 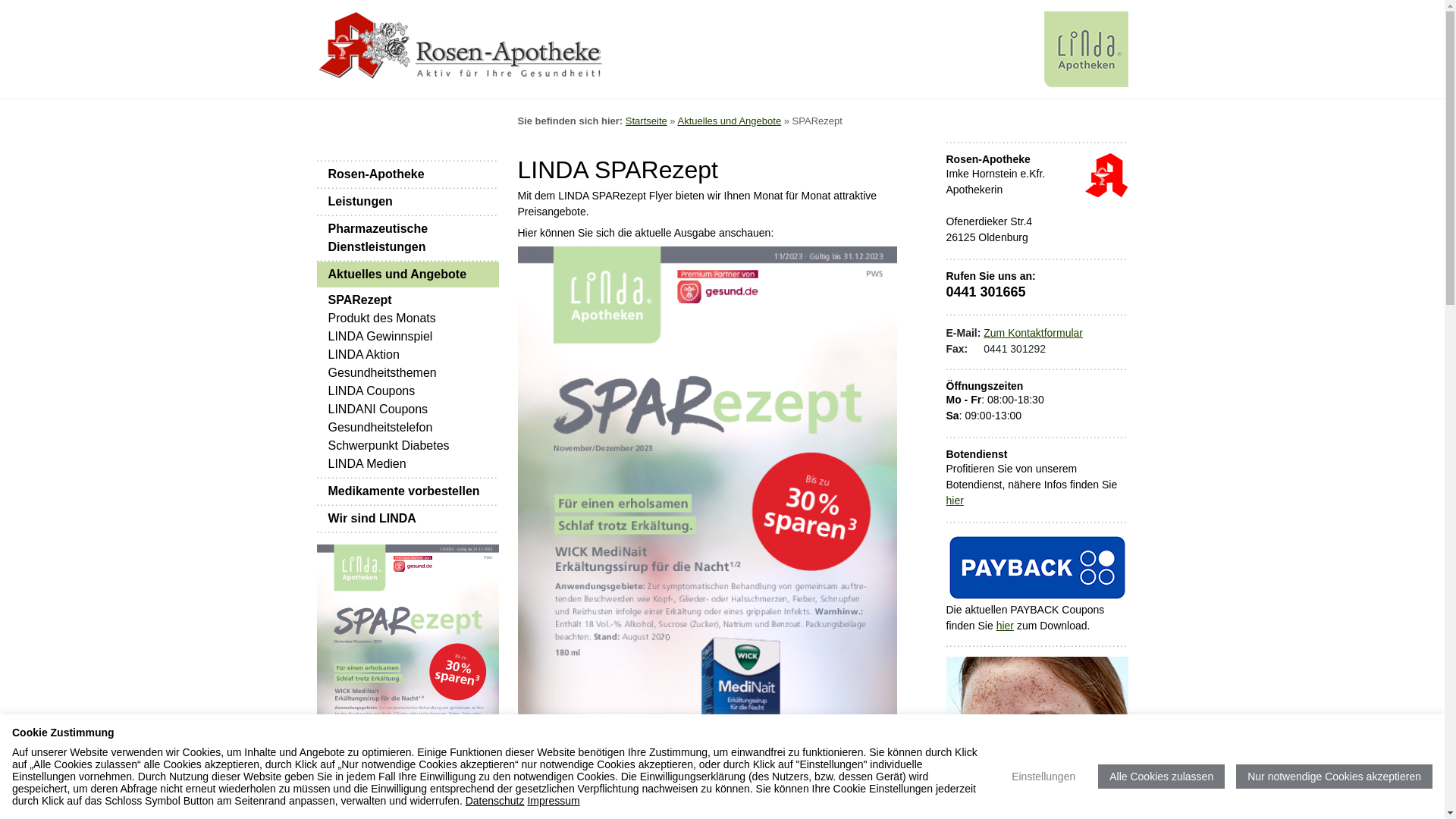 What do you see at coordinates (388, 444) in the screenshot?
I see `'Schwerpunkt Diabetes'` at bounding box center [388, 444].